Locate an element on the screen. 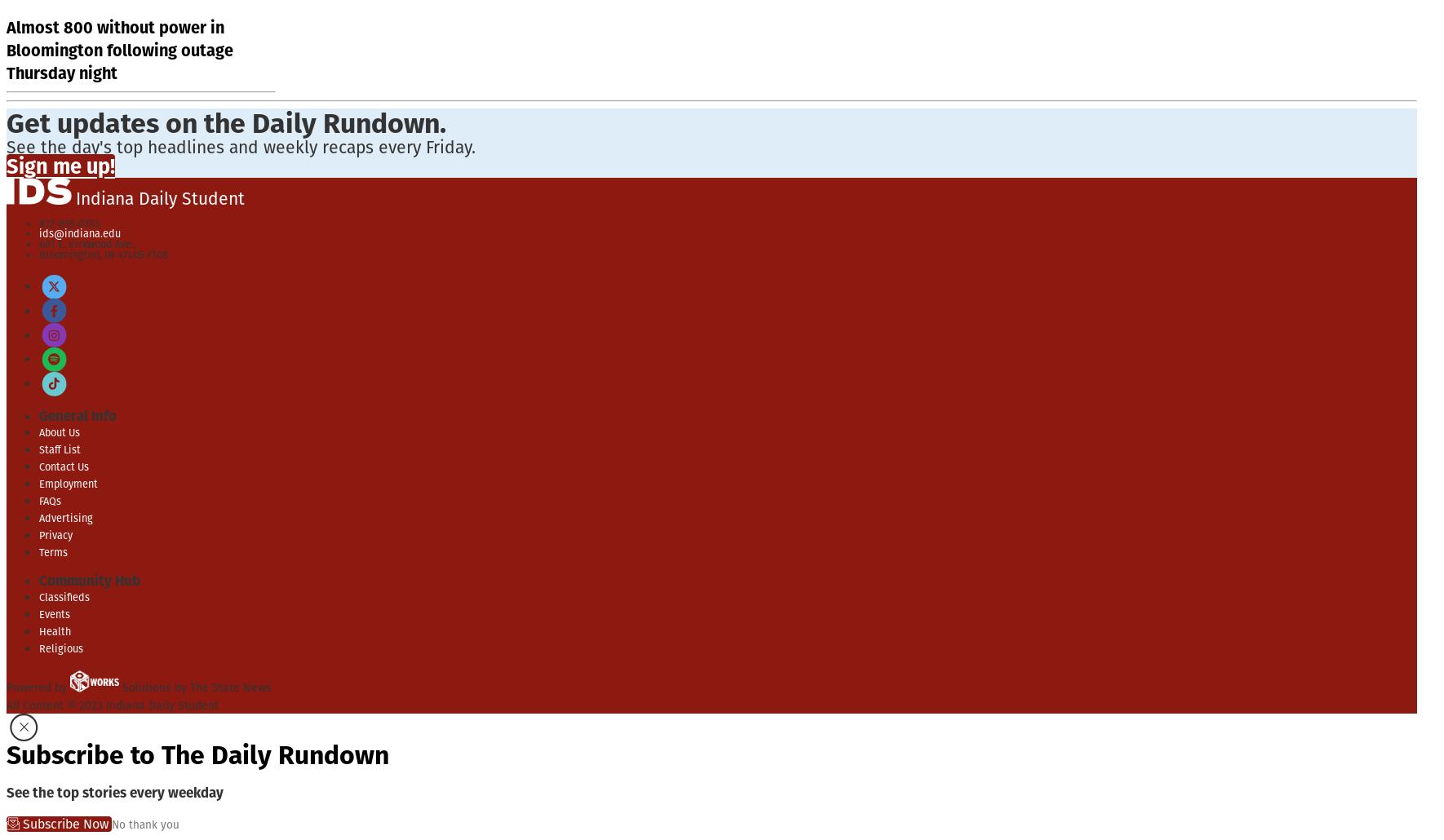 This screenshot has height=840, width=1444. 'Get updates on the Daily Rundown.' is located at coordinates (226, 122).